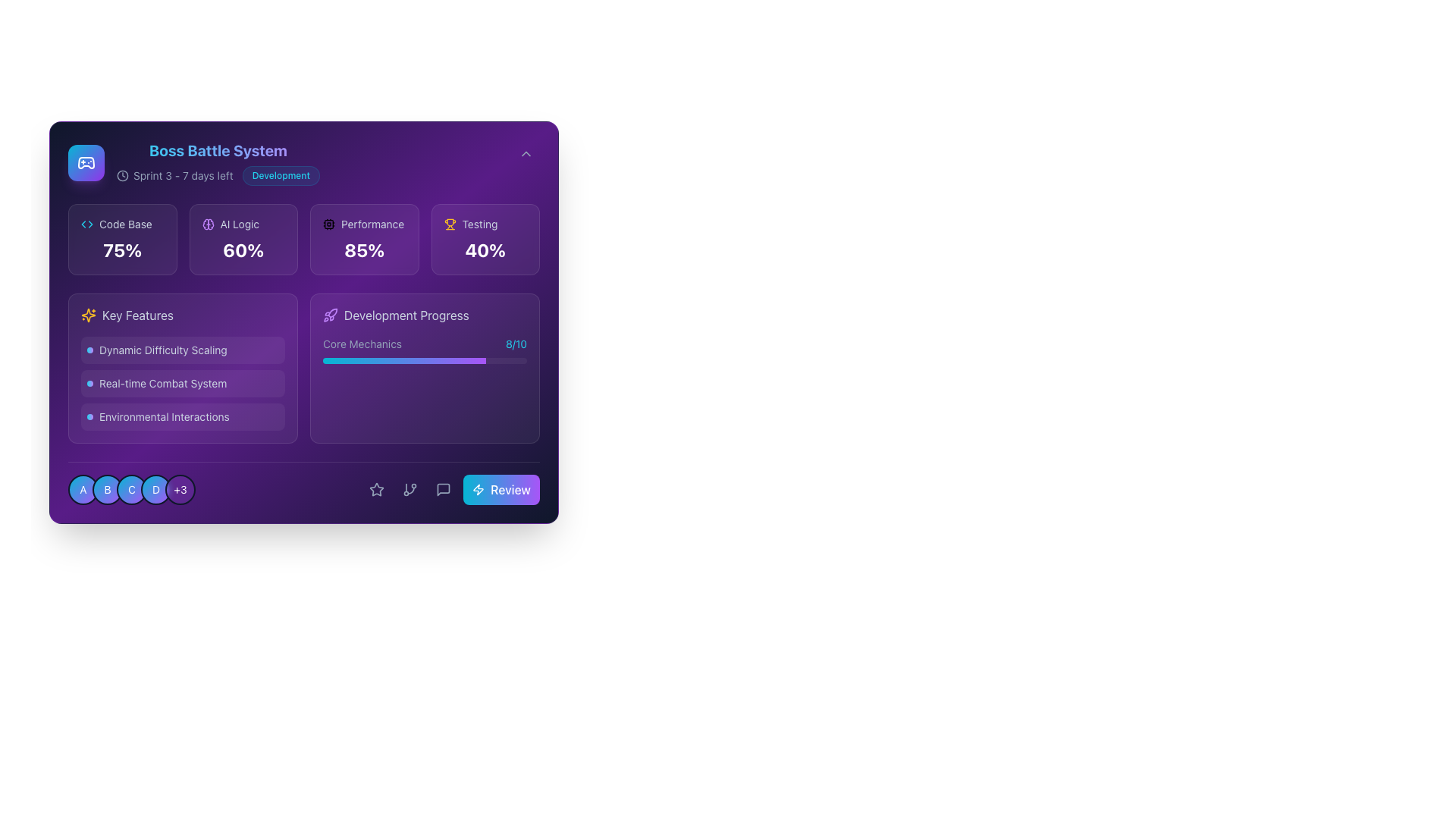 This screenshot has width=1456, height=819. What do you see at coordinates (410, 489) in the screenshot?
I see `the icon button resembling a branching structure, located at the bottom right of the card layout, to observe a visual change` at bounding box center [410, 489].